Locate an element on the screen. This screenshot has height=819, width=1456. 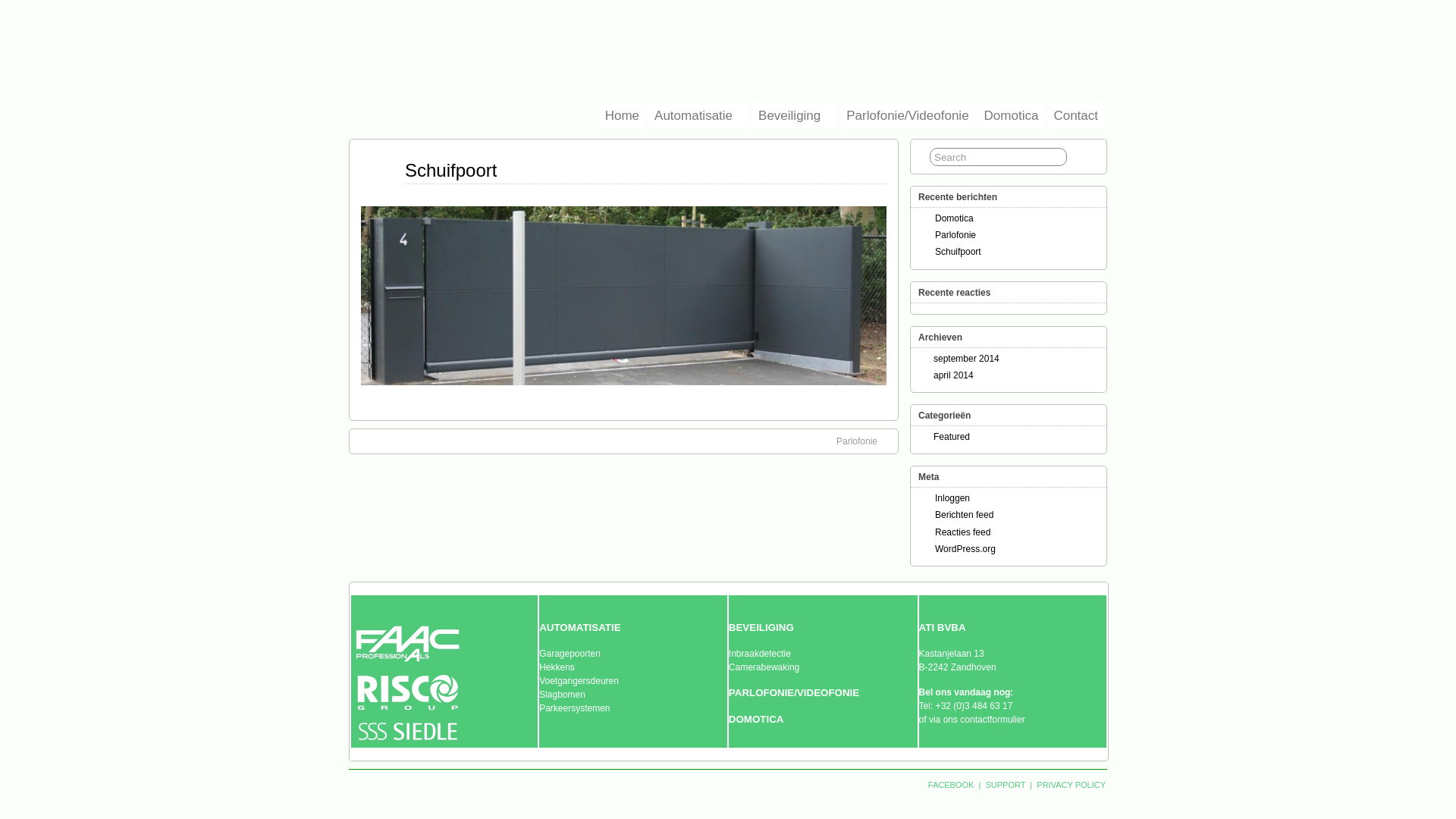
'DOMOTICA' is located at coordinates (756, 718).